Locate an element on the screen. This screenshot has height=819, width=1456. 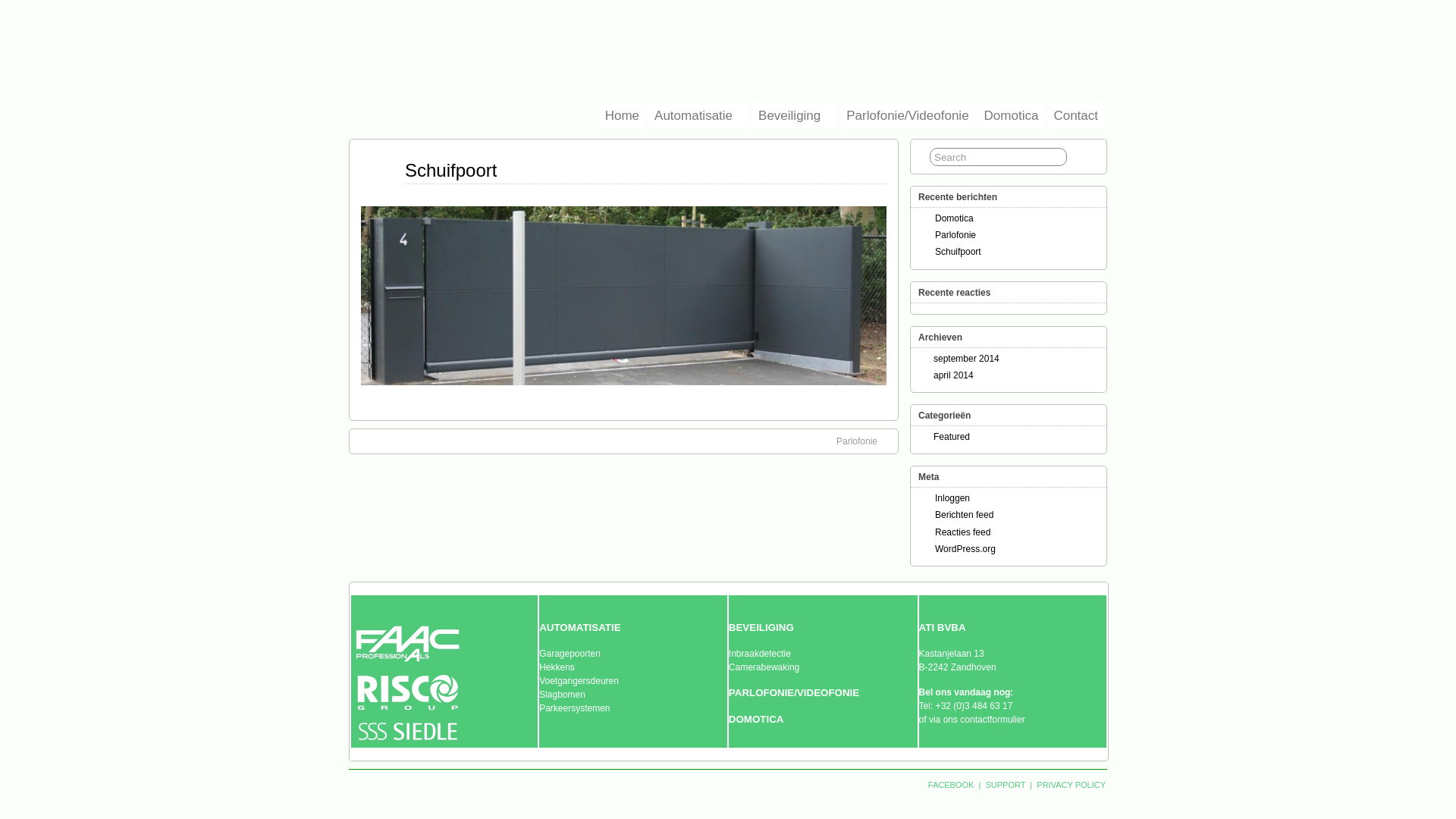
'DOMOTICA' is located at coordinates (756, 718).